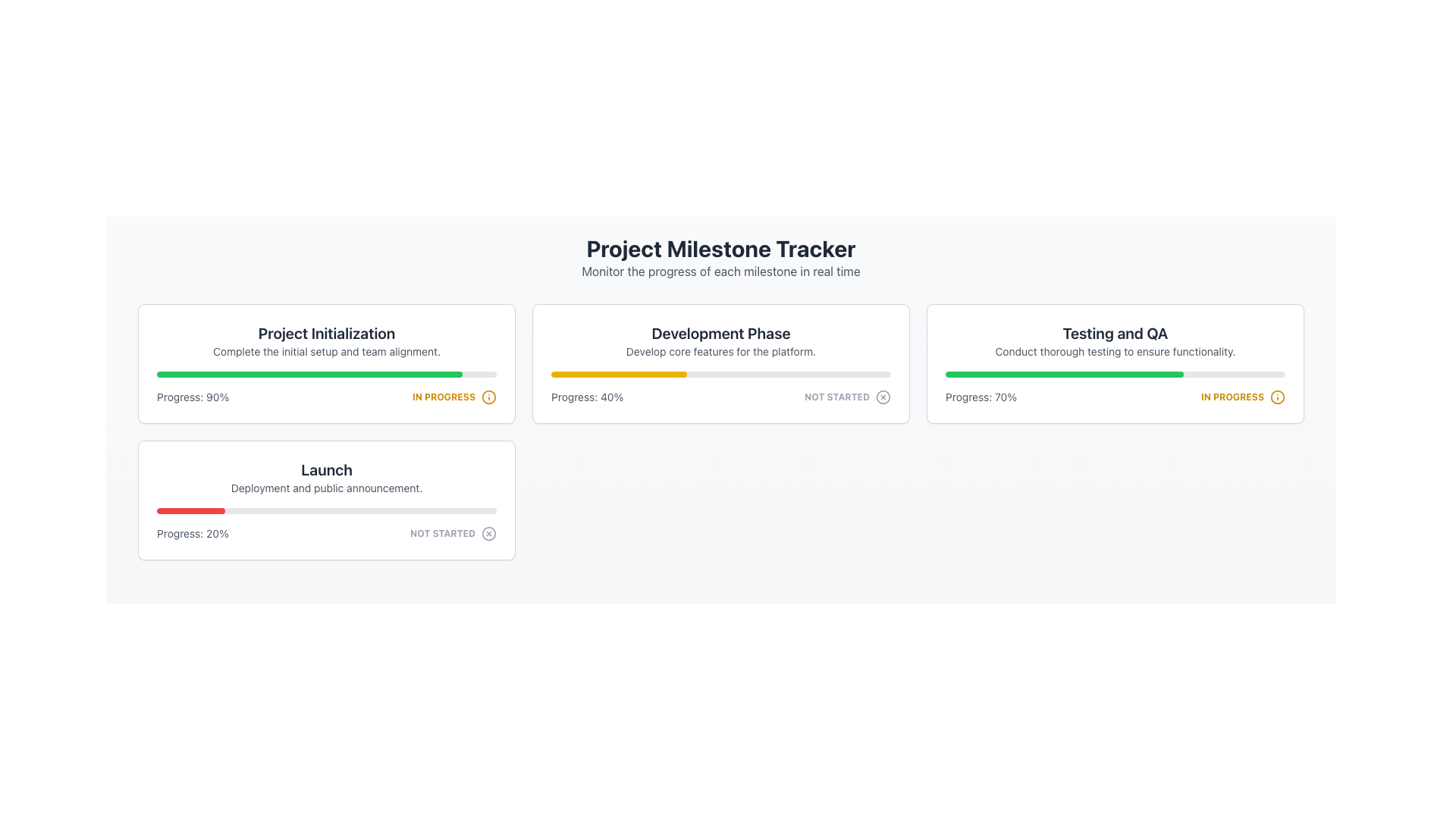 The width and height of the screenshot is (1456, 819). Describe the element at coordinates (720, 332) in the screenshot. I see `text of the 'Development Phase' title in the progress tracker interface, which is positioned at the top center of the middle milestone card` at that location.